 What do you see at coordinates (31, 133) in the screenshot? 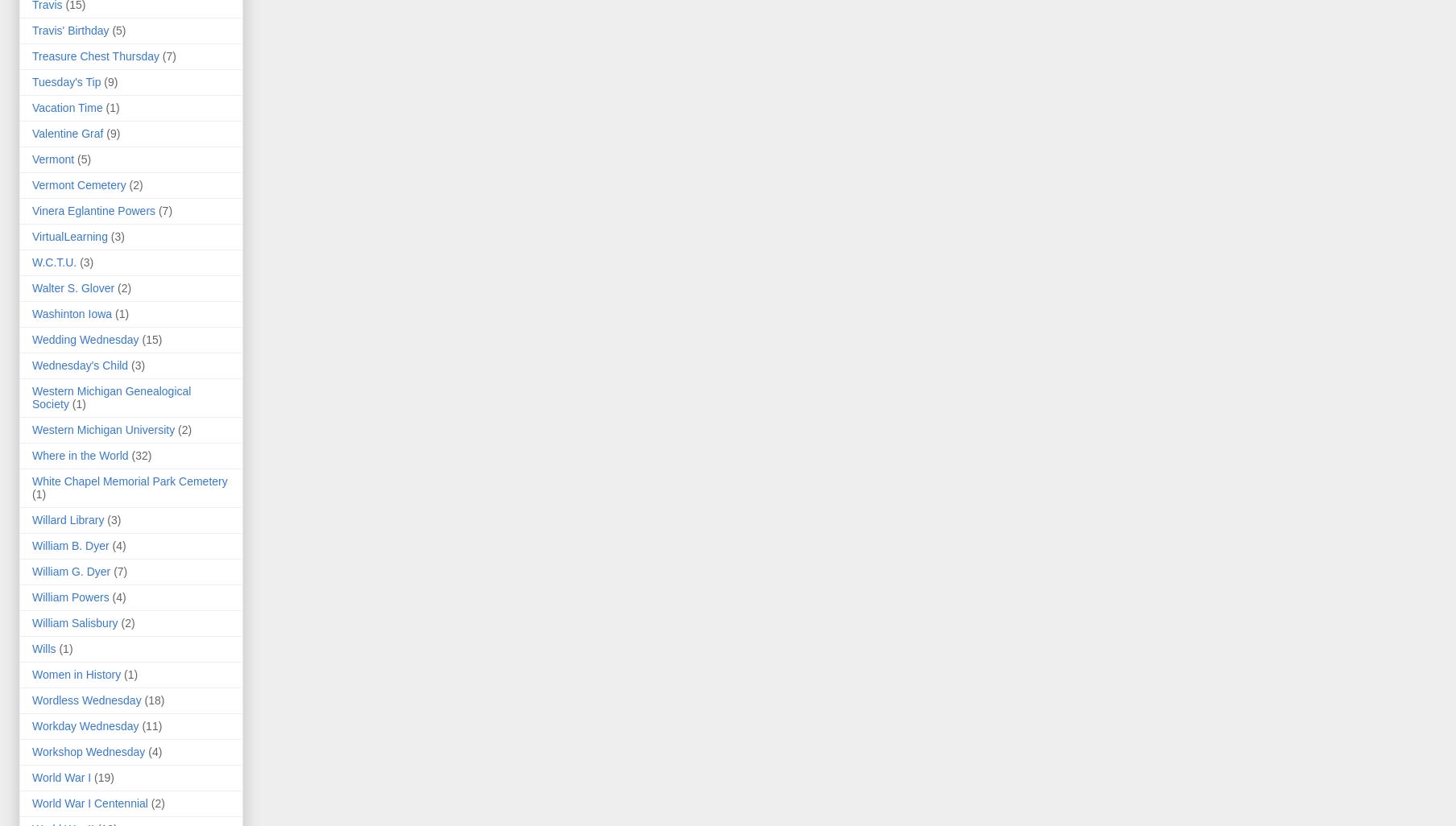
I see `'Valentine Graf'` at bounding box center [31, 133].